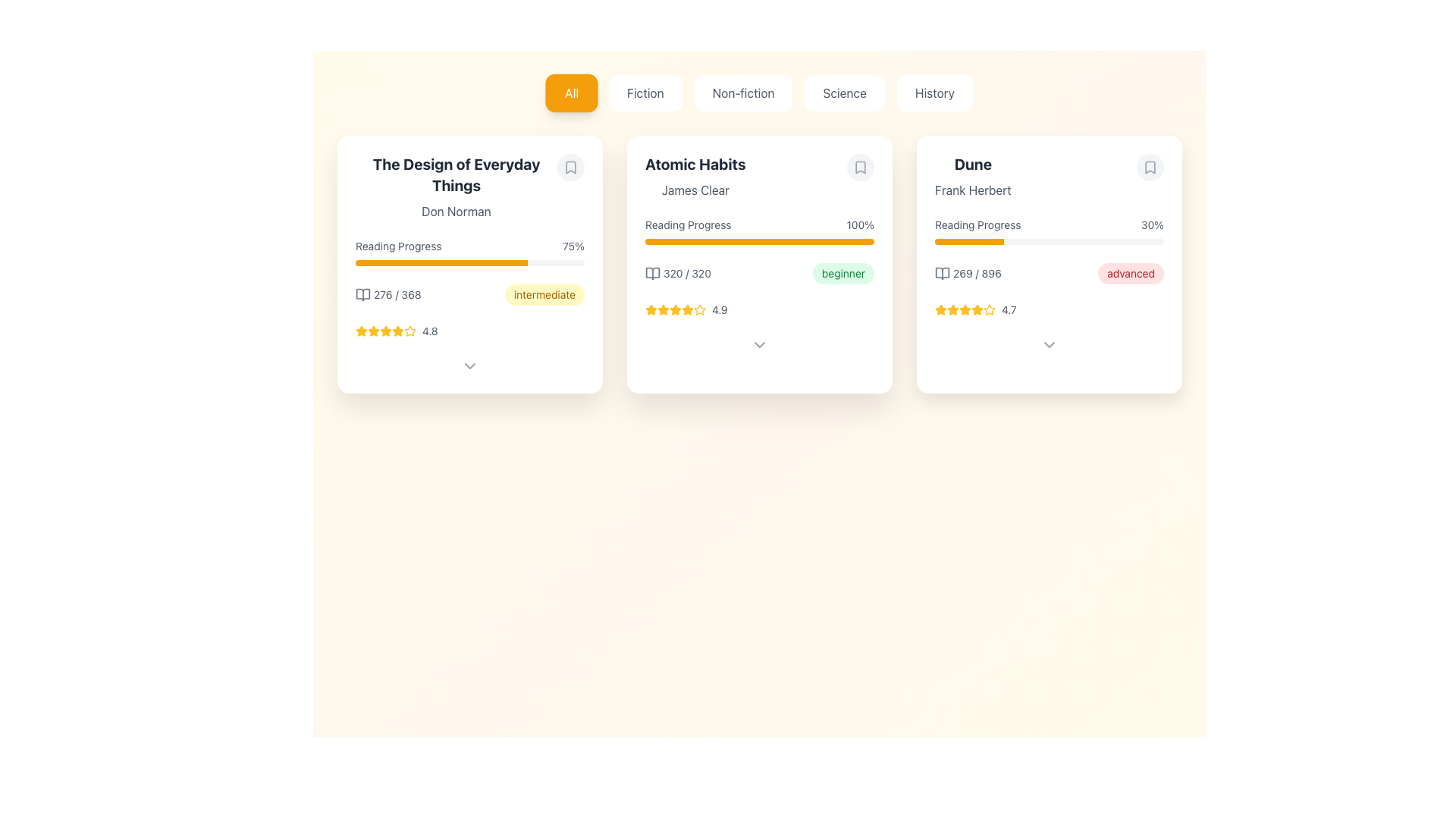  I want to click on the circular button with a gray background and a bookmark icon located in the top-right corner of the 'Dune' book section card, so click(1150, 167).